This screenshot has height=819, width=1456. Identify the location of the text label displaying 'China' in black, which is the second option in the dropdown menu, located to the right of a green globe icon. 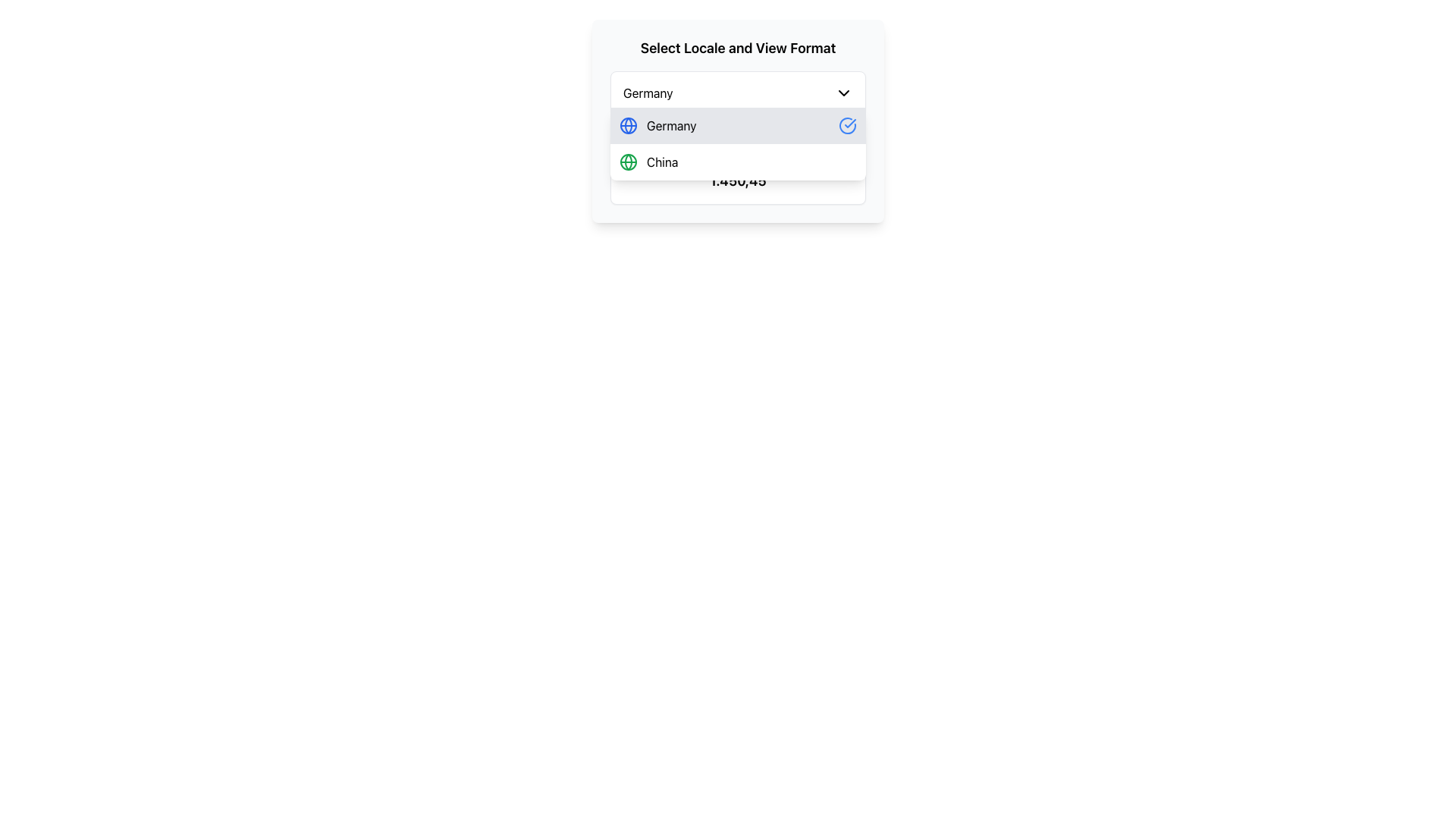
(662, 162).